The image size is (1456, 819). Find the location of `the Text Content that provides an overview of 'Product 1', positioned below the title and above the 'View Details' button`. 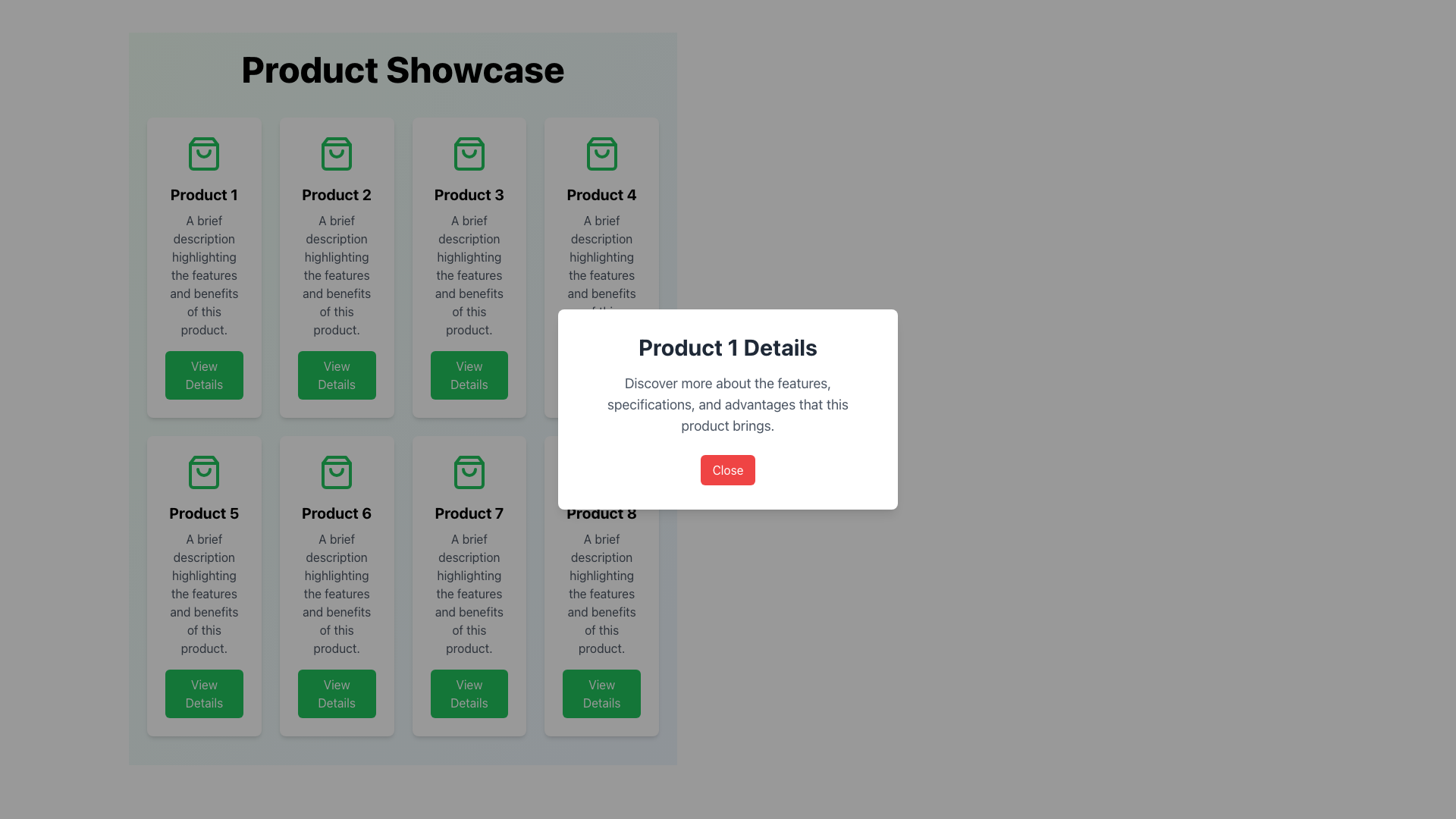

the Text Content that provides an overview of 'Product 1', positioned below the title and above the 'View Details' button is located at coordinates (203, 275).